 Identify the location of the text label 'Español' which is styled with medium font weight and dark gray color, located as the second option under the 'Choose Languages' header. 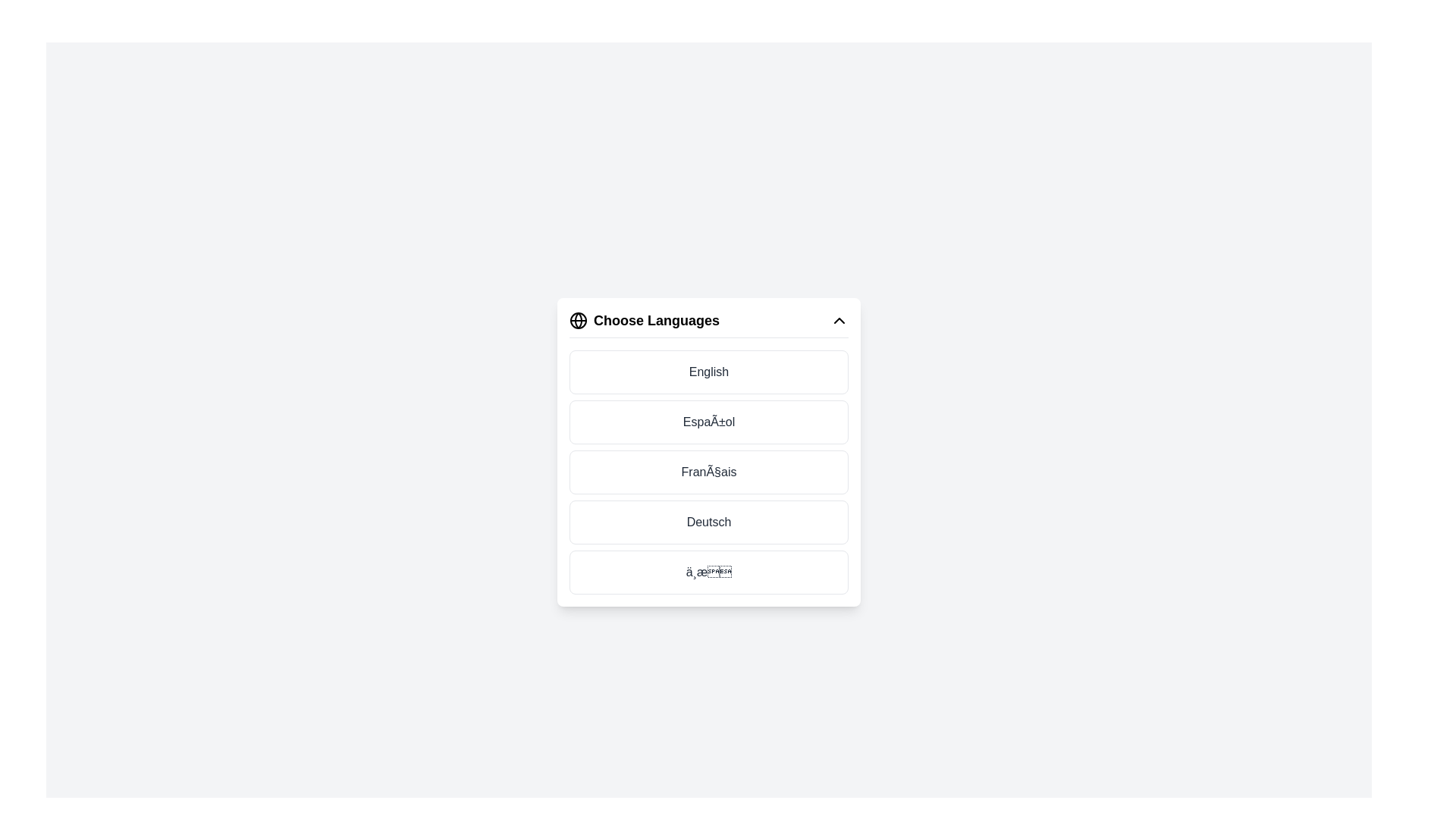
(708, 422).